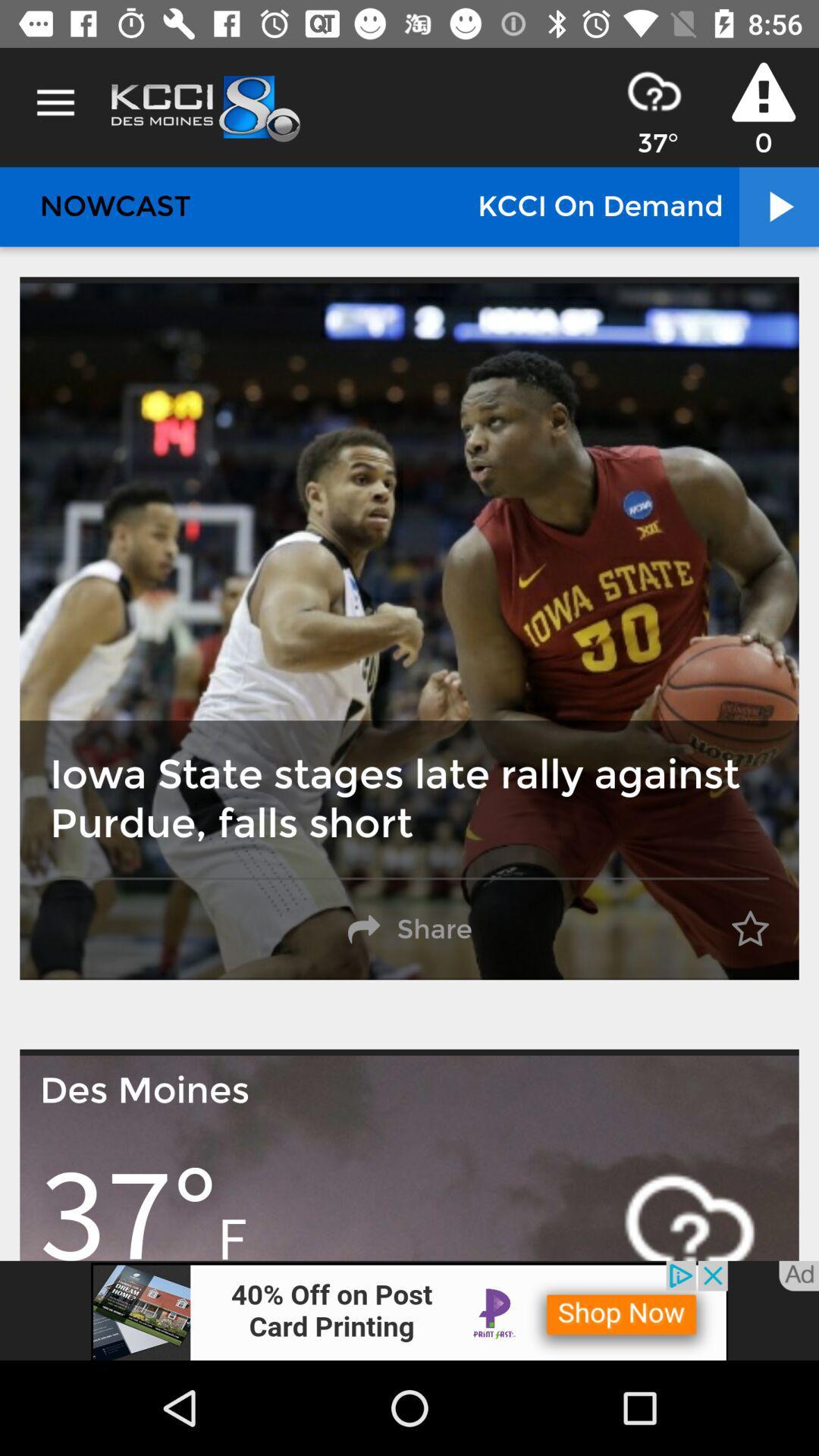 The image size is (819, 1456). Describe the element at coordinates (55, 102) in the screenshot. I see `the menu icon` at that location.